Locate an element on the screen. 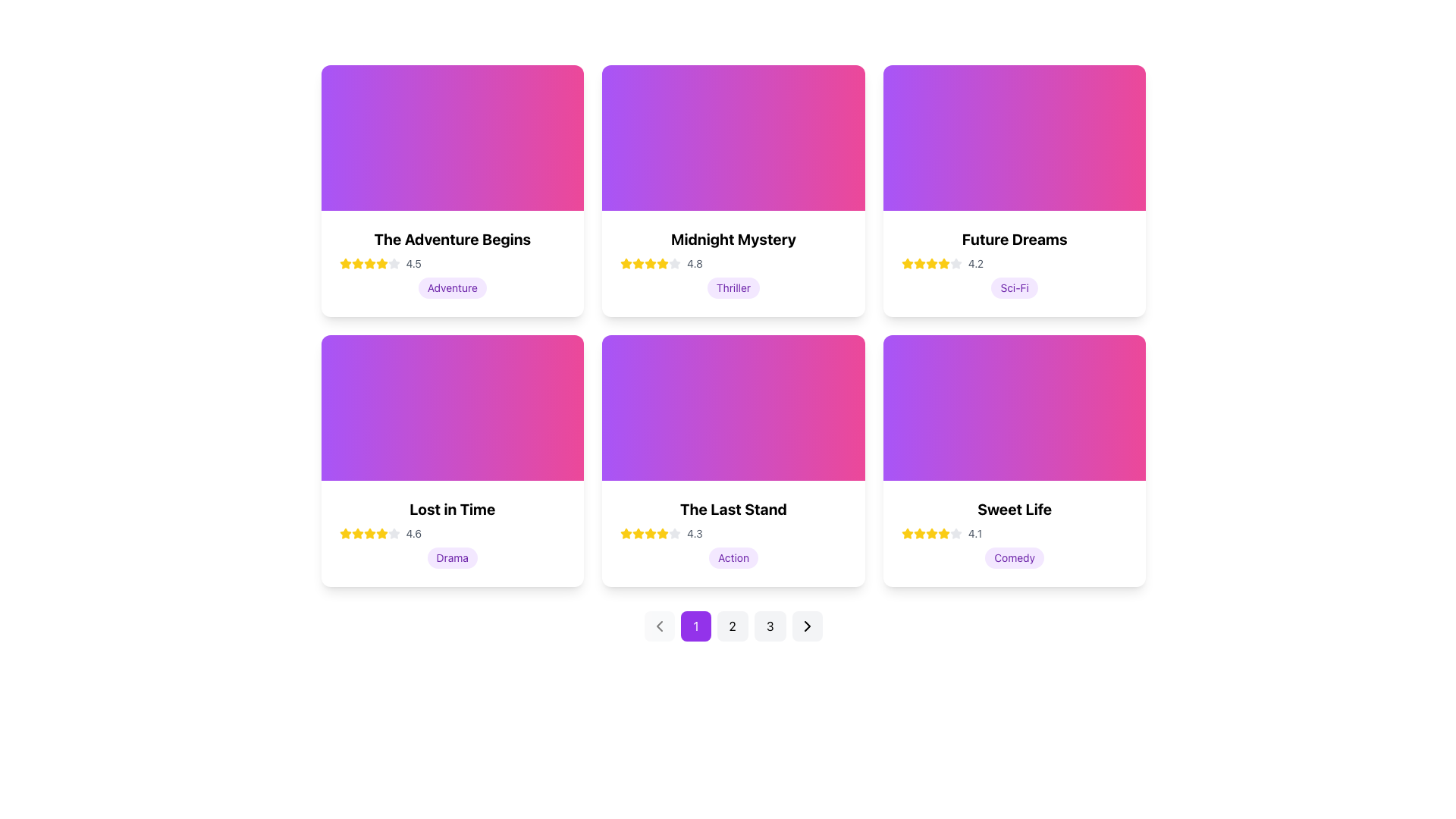 This screenshot has width=1456, height=819. the second star icon in the five-star rating system for 'Midnight Mystery' is located at coordinates (674, 262).